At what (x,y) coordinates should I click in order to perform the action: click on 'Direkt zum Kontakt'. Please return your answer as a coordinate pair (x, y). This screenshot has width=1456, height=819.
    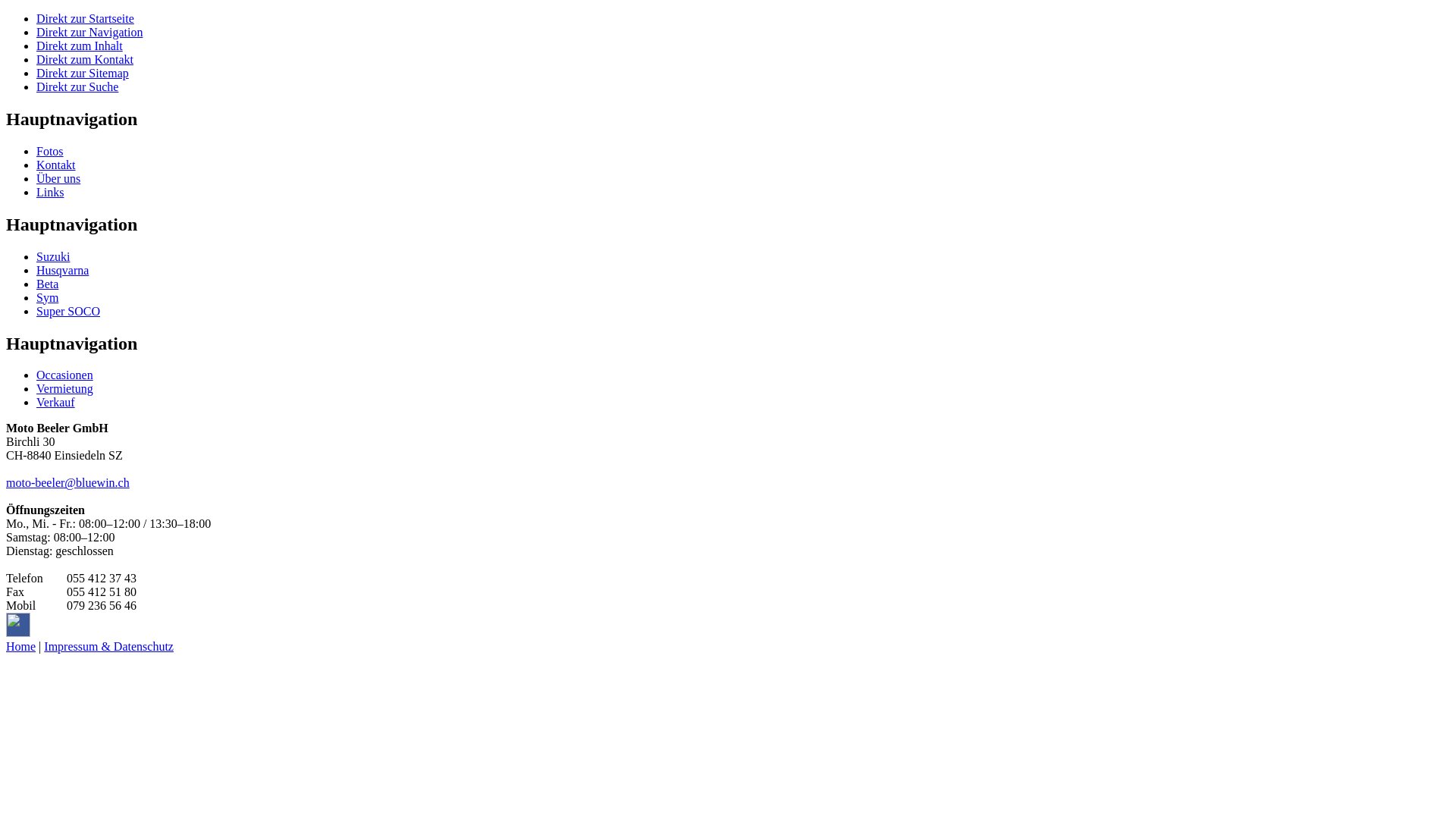
    Looking at the image, I should click on (83, 58).